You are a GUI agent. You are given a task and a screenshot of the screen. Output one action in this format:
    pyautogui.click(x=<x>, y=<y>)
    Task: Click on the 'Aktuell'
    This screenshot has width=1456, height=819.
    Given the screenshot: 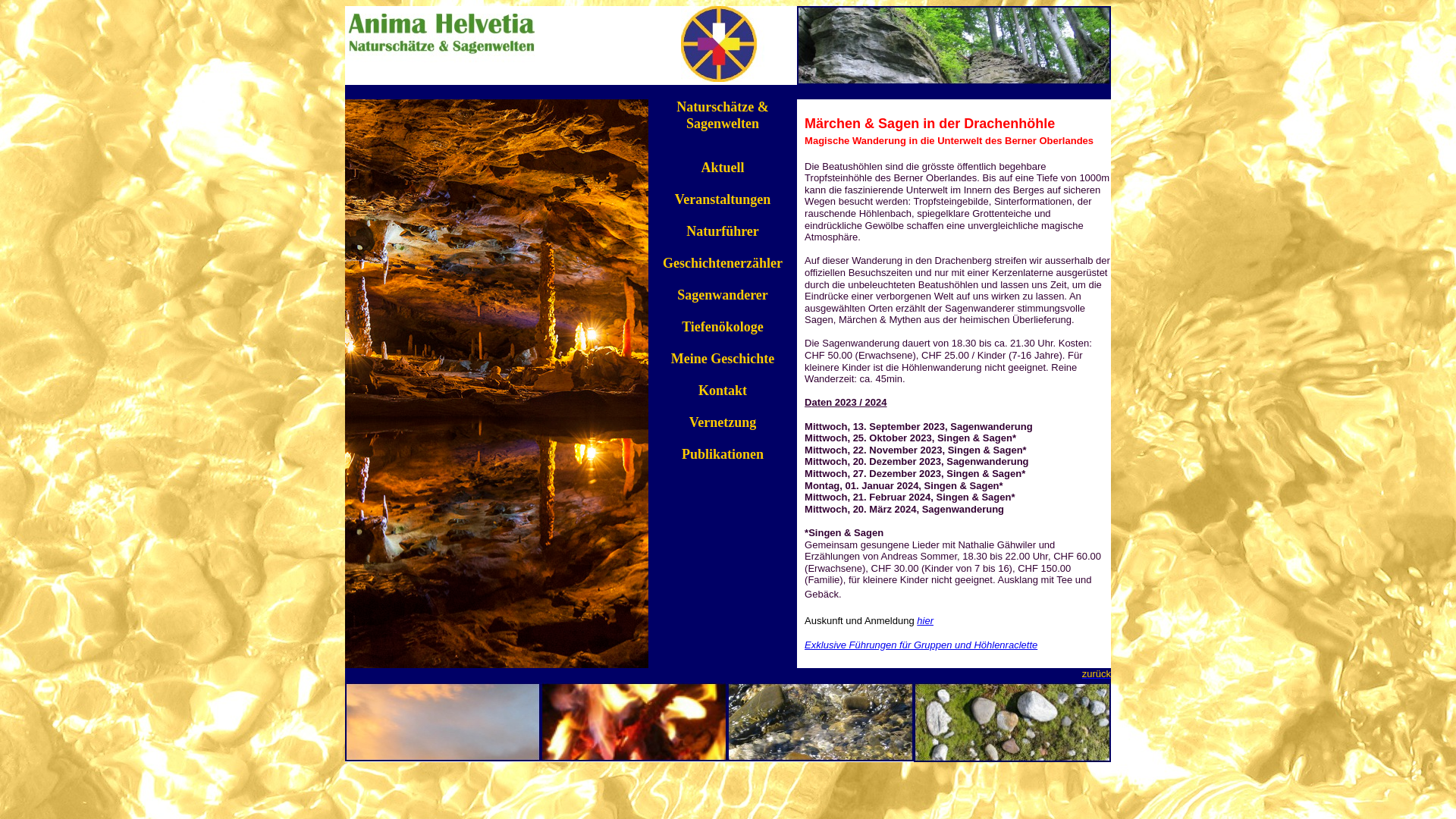 What is the action you would take?
    pyautogui.click(x=721, y=167)
    